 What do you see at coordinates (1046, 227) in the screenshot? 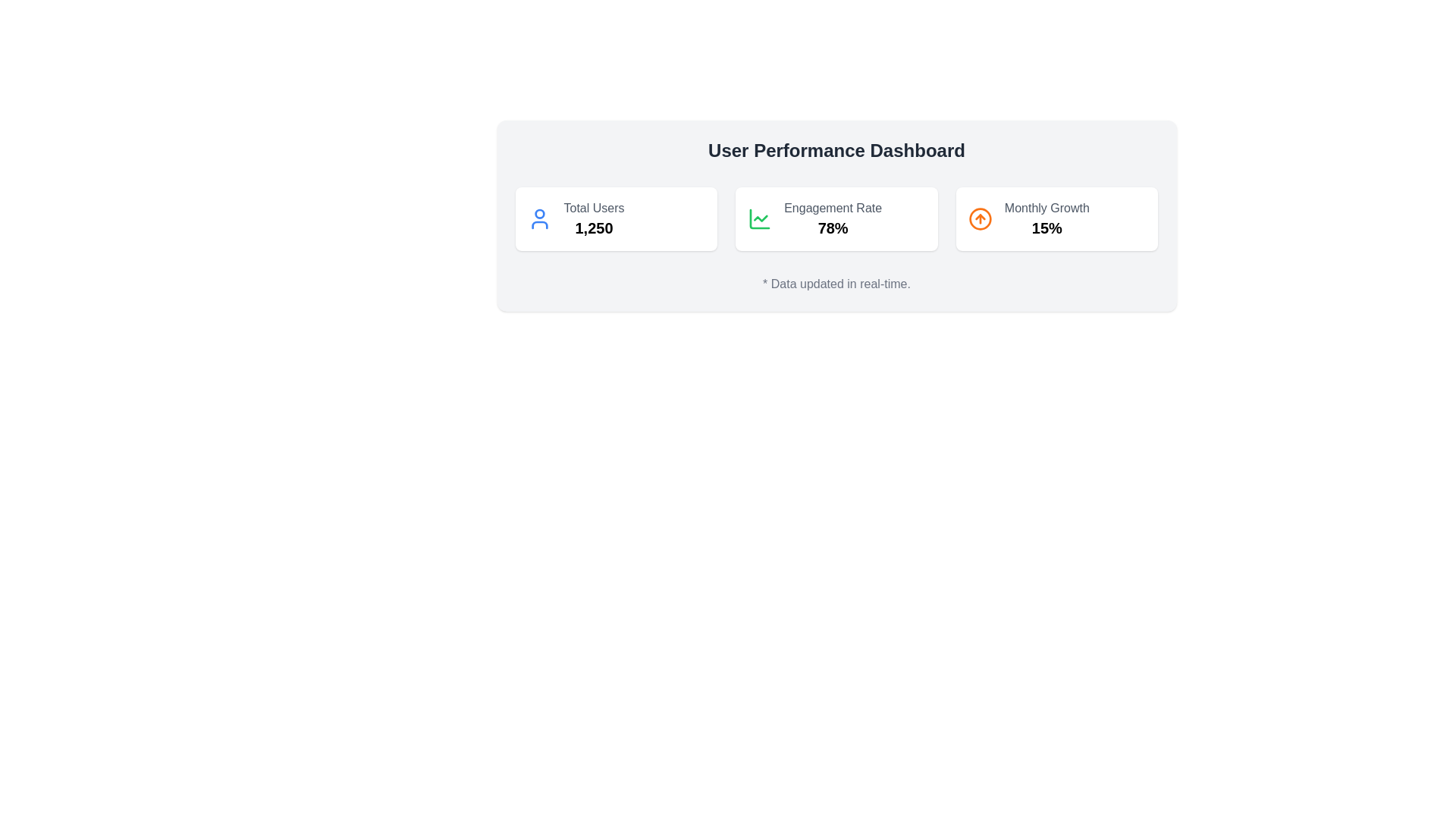
I see `the text element displaying '15%' which represents the 'Monthly Growth' in the dashboard, styled with a large and bold font, located in the second line of text within a card in the third column of a three-column grid` at bounding box center [1046, 227].